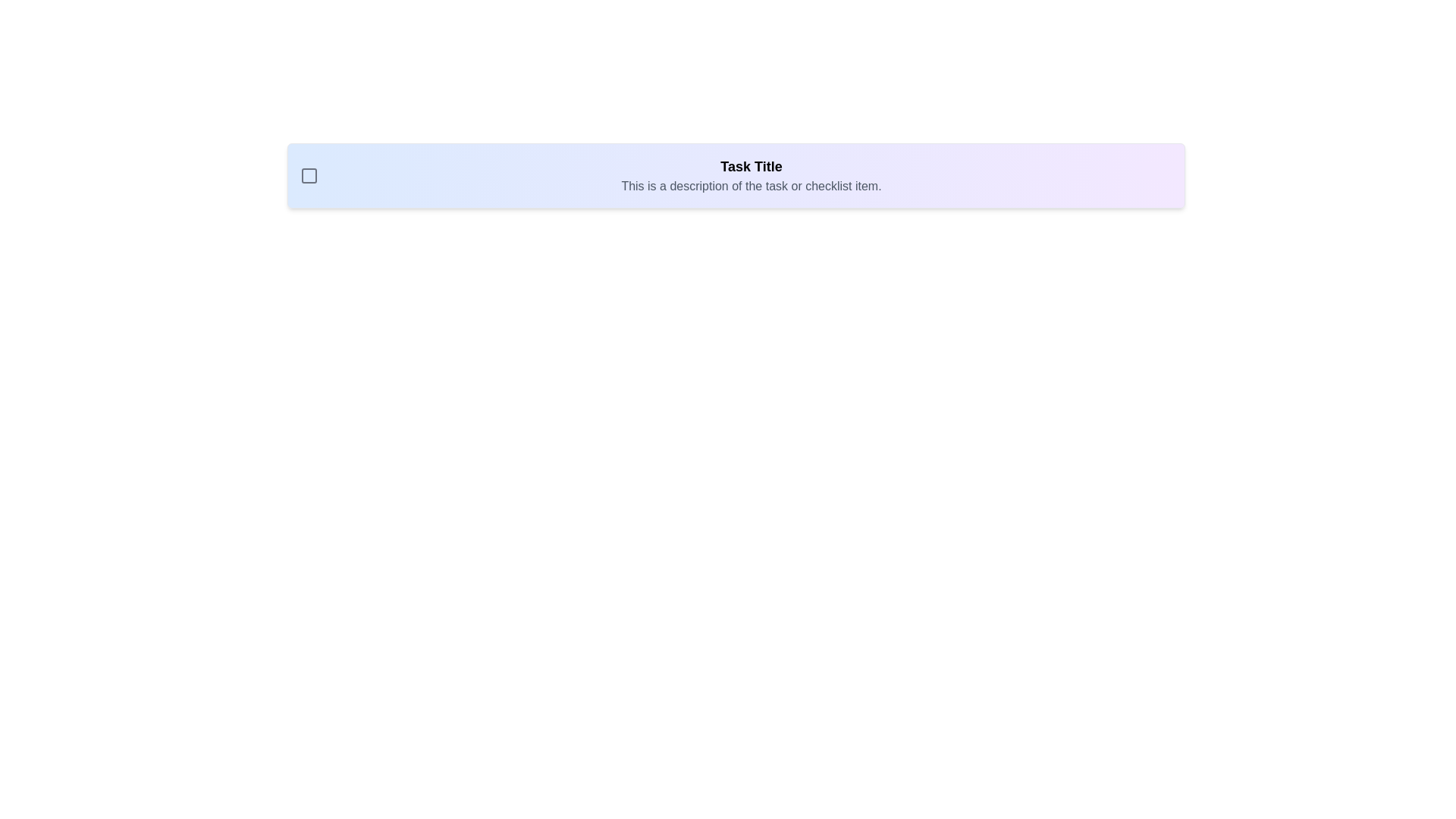  What do you see at coordinates (309, 174) in the screenshot?
I see `the square-shaped checkbox icon with rounded corners, located on the left side of the task description panel, to trigger hover effects` at bounding box center [309, 174].